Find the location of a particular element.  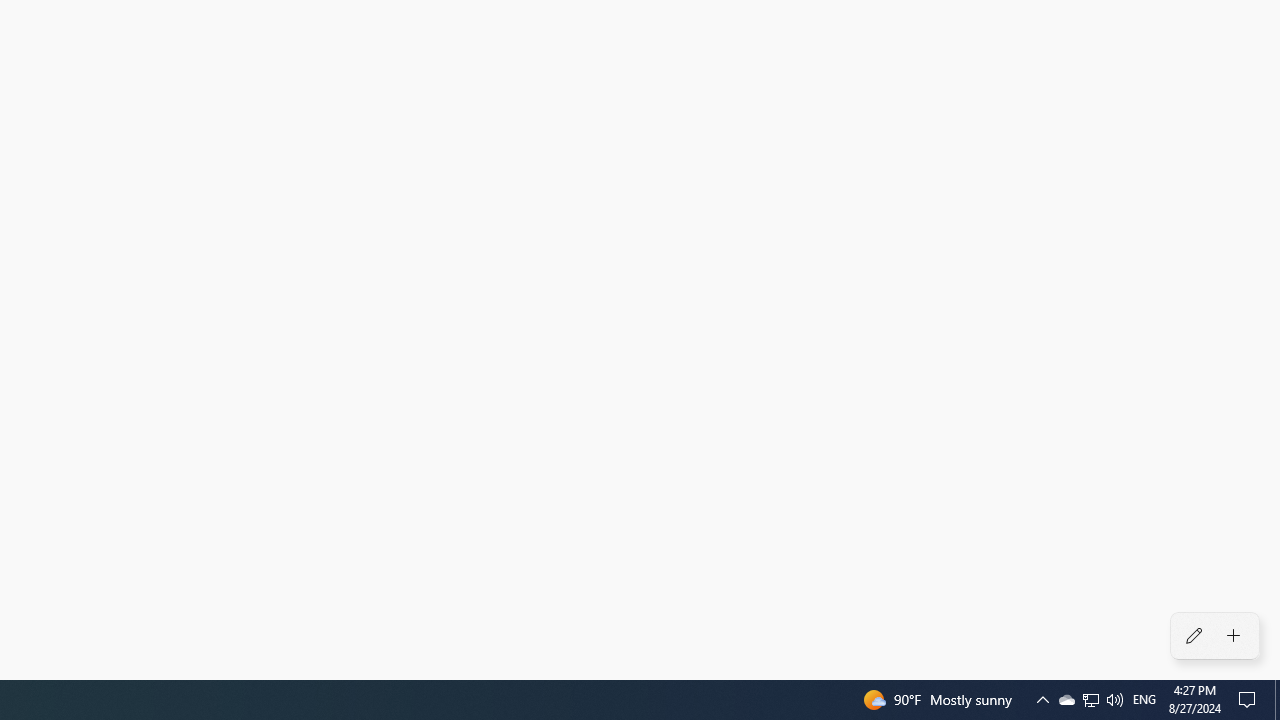

'Add new timer' is located at coordinates (1232, 636).